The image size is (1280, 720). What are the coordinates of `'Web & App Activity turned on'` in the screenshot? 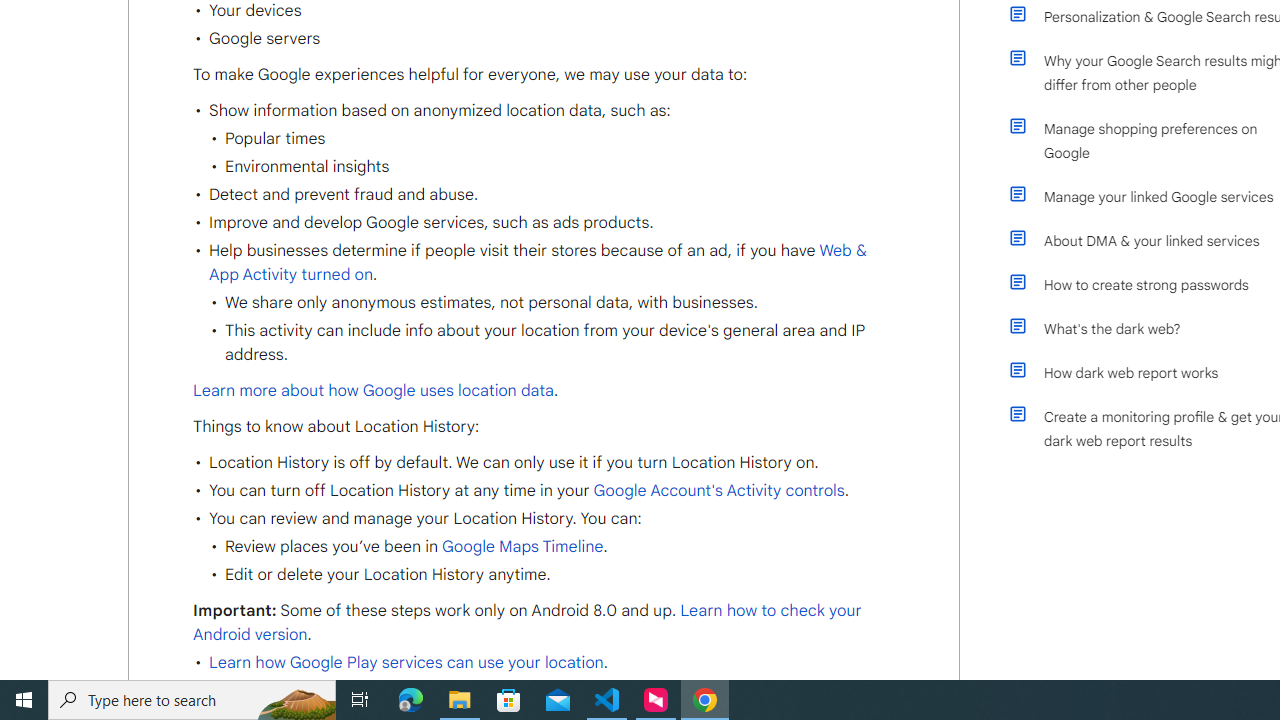 It's located at (537, 262).